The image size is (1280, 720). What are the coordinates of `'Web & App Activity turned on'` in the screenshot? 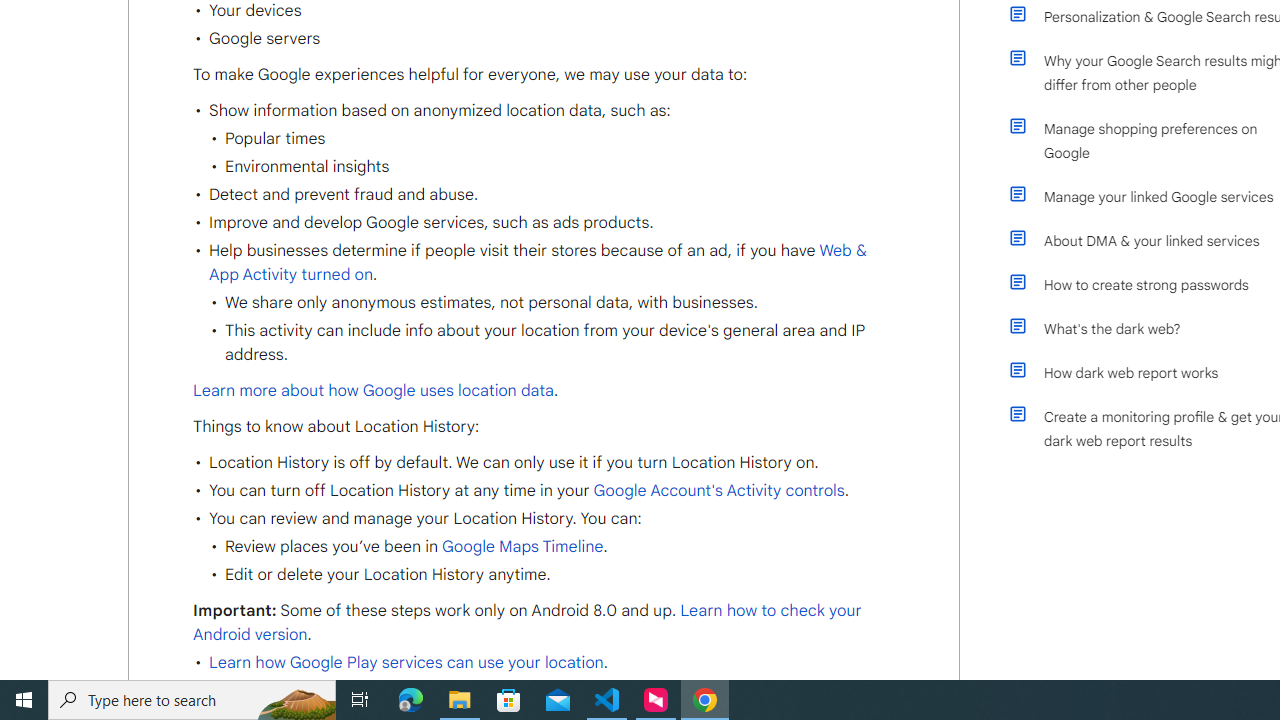 It's located at (537, 262).